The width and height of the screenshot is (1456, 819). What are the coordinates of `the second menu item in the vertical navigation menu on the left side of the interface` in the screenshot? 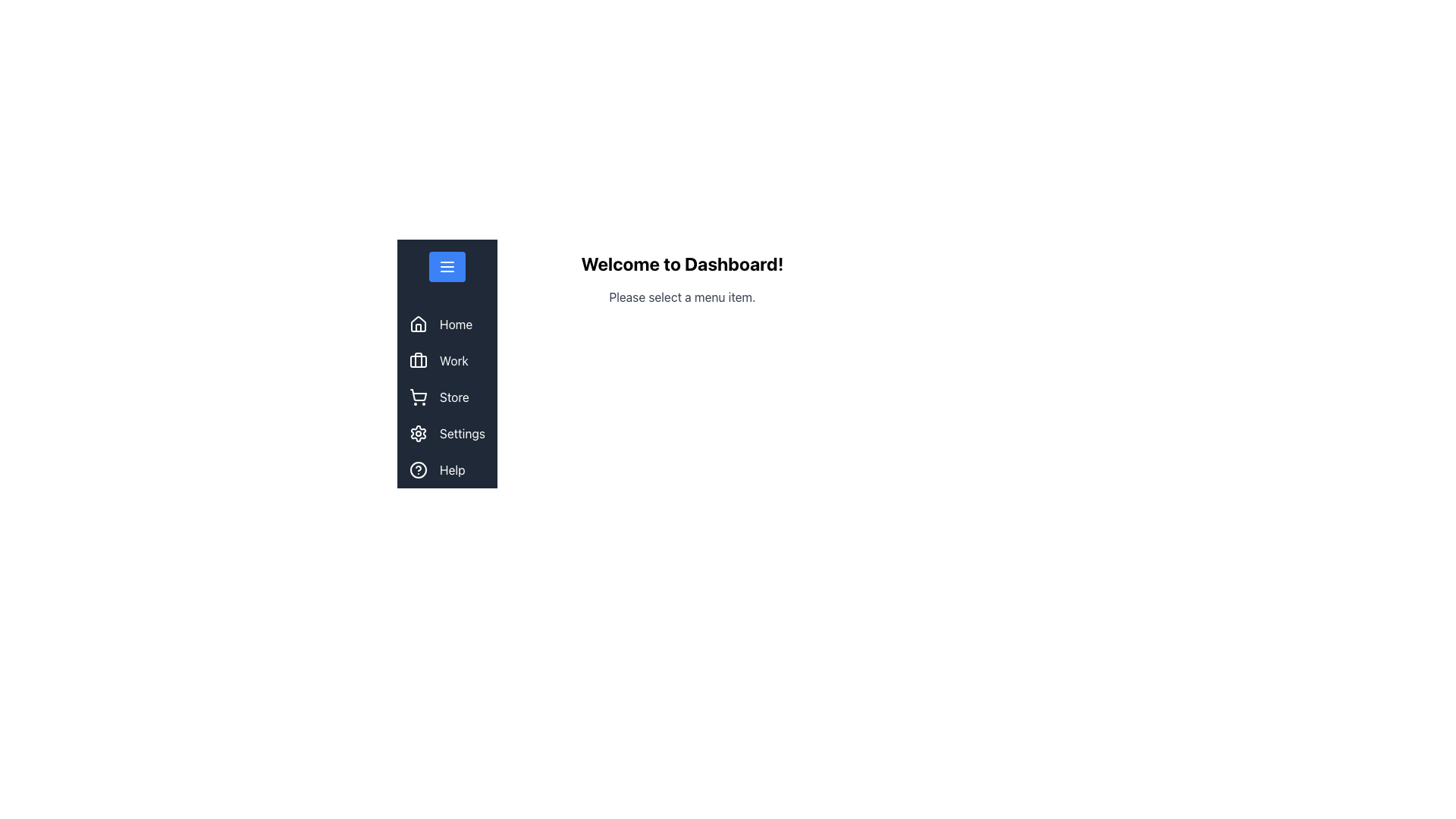 It's located at (447, 363).